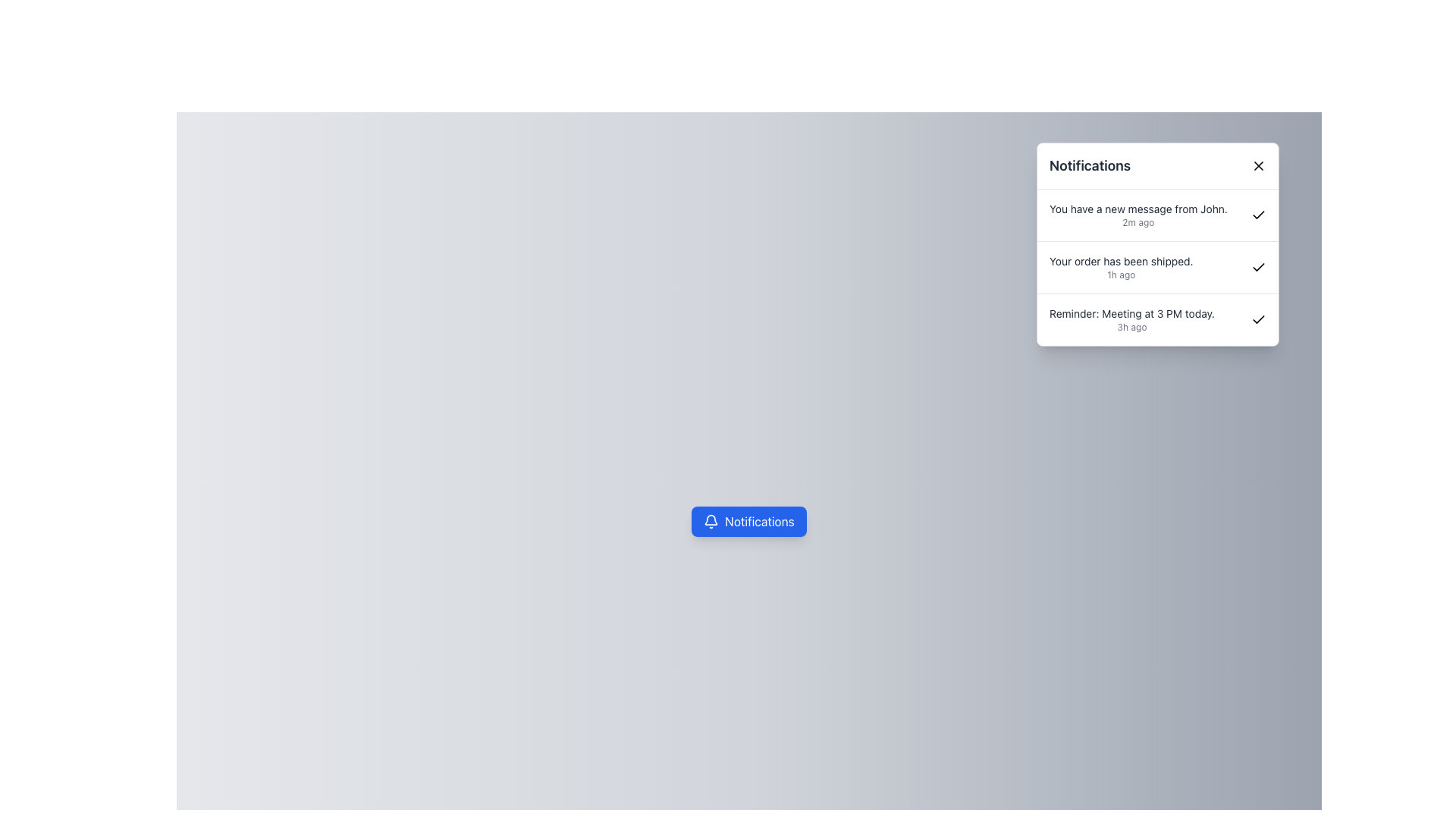  Describe the element at coordinates (1138, 215) in the screenshot. I see `the first notification message in the Notifications panel, which contains the text 'You have a new message from John.'` at that location.